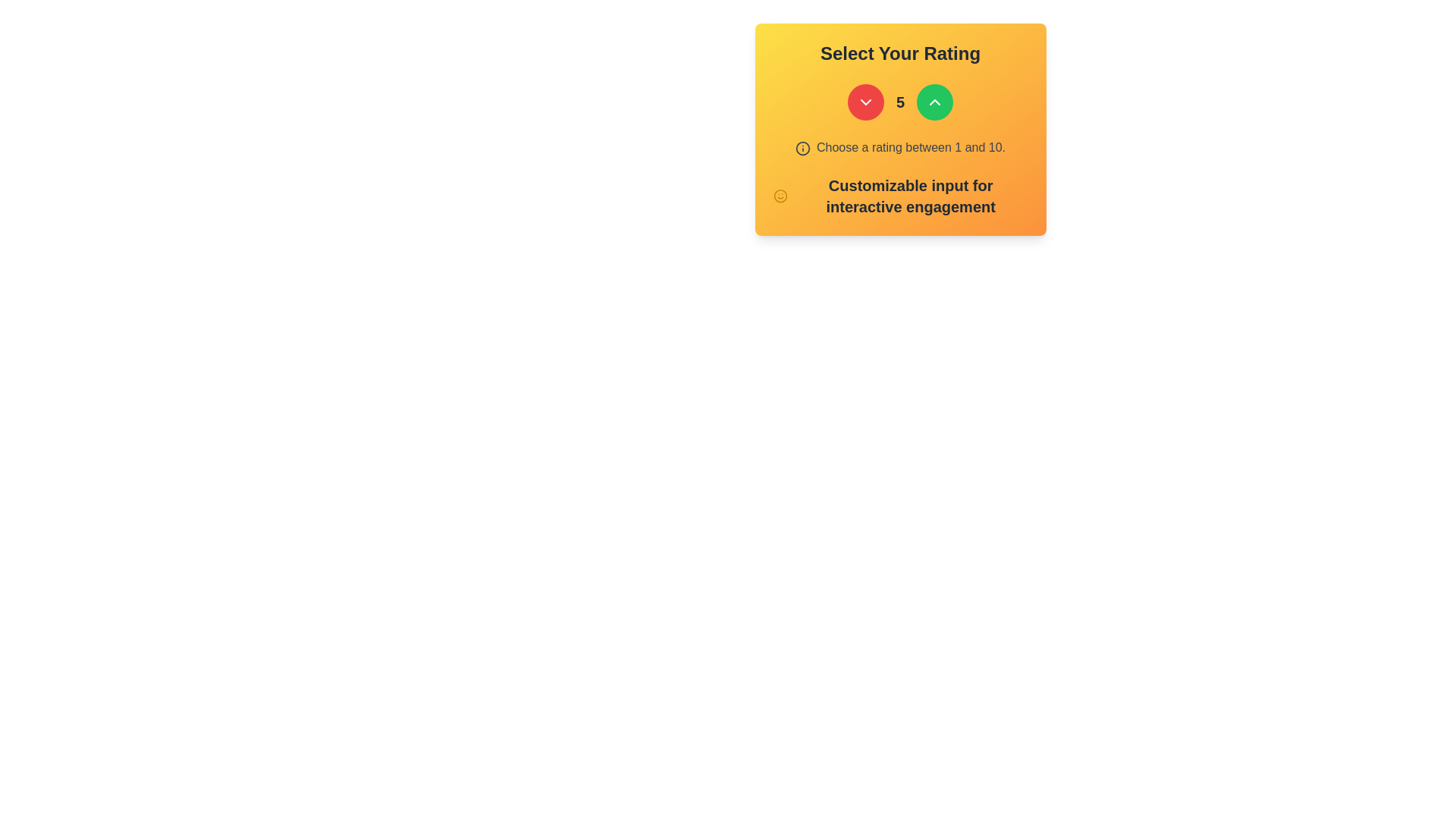 The height and width of the screenshot is (819, 1456). What do you see at coordinates (780, 195) in the screenshot?
I see `the circular yellow icon located in the bottom-left corner of the 'Select Your Rating' panel, which is positioned to the left of the text 'Customizable input for interactive engagement'` at bounding box center [780, 195].